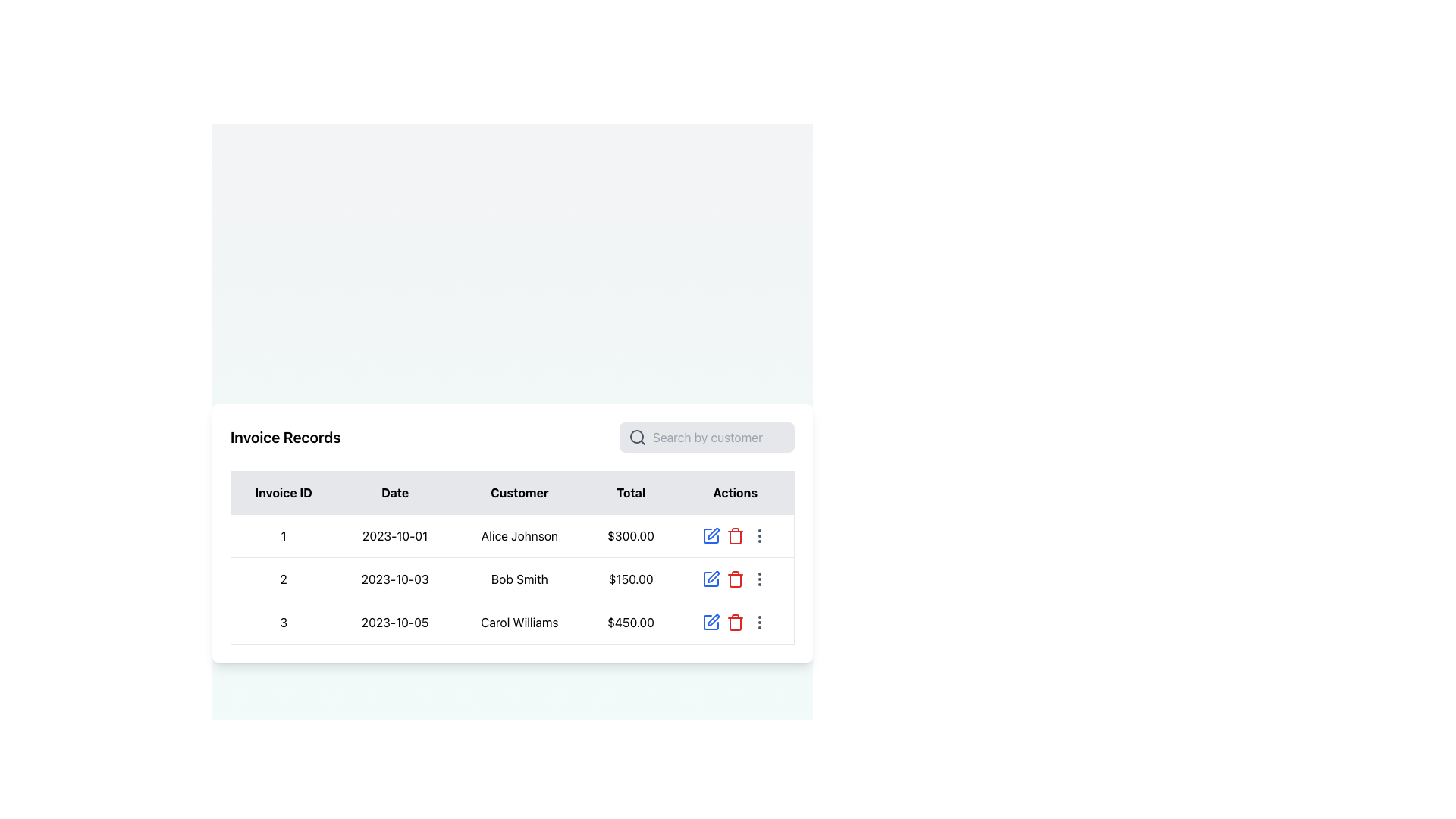  I want to click on the 'Customer' column header label in the table, which is the third label in a horizontal row of headers, so click(519, 492).